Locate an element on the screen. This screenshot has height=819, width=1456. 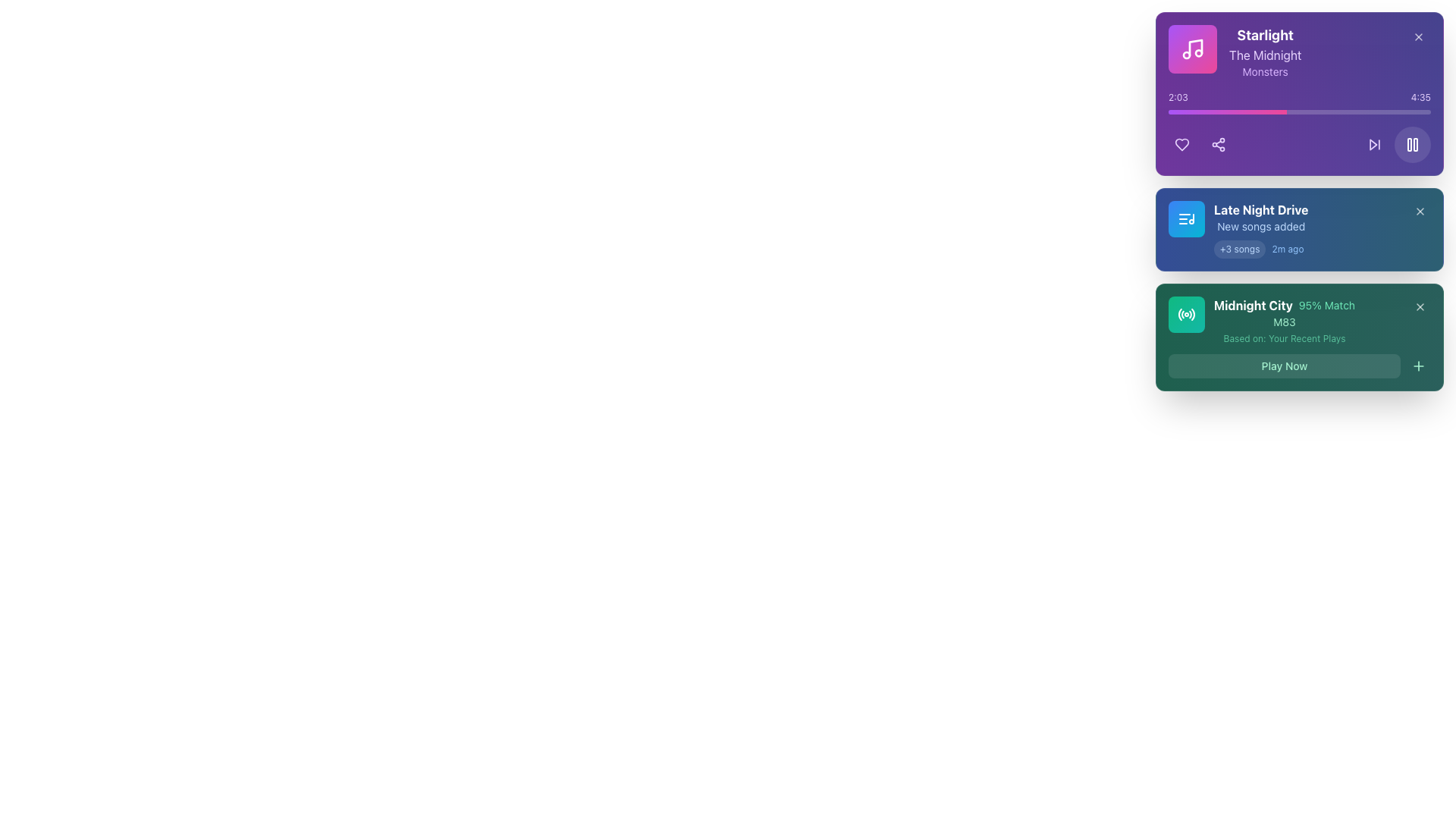
the progress indicator that visually represents the current playback progress of a music track, located inside a horizontal progress bar at the top of the interface is located at coordinates (1227, 111).